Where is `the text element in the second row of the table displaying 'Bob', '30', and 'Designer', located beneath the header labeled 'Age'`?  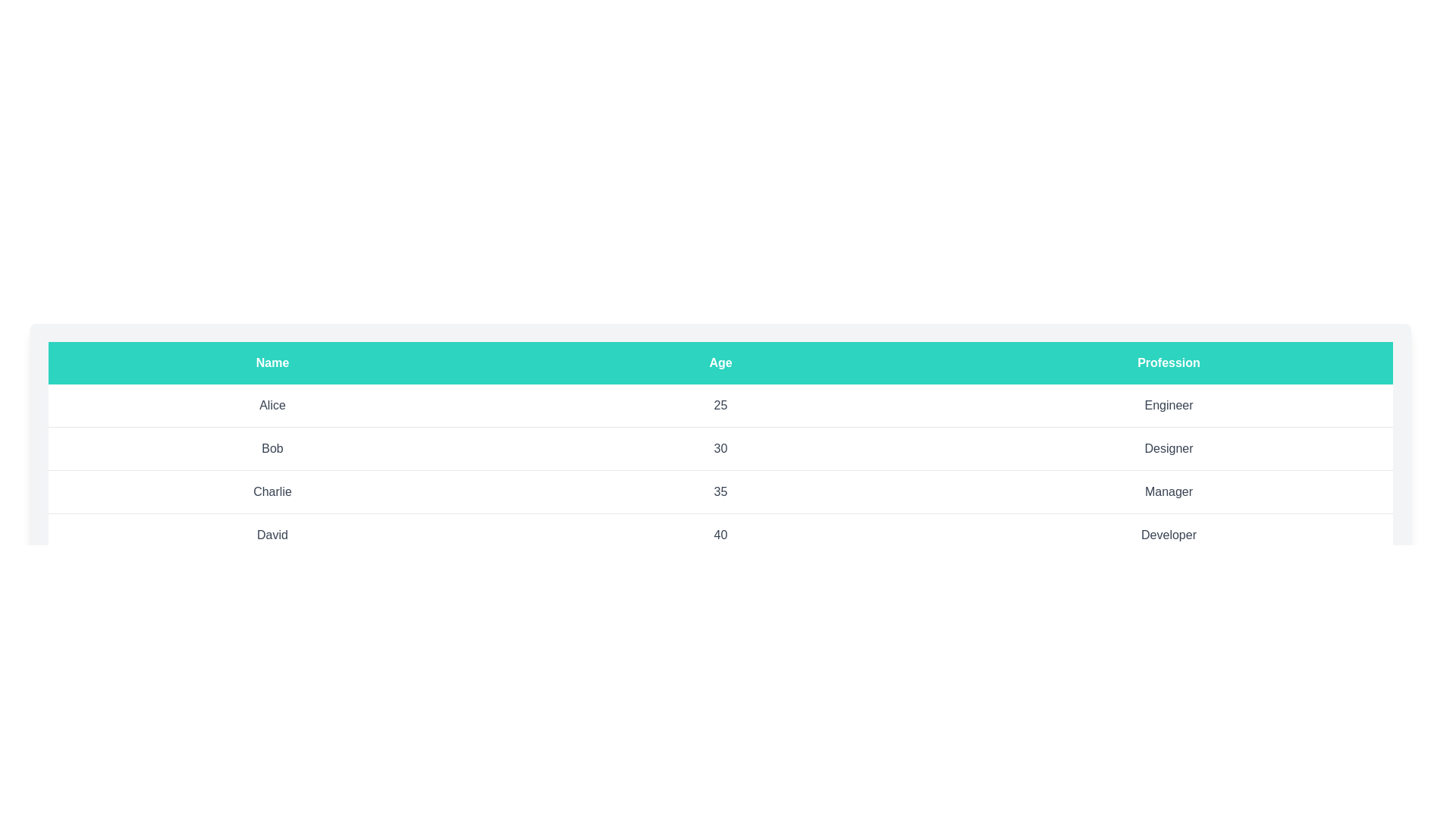 the text element in the second row of the table displaying 'Bob', '30', and 'Designer', located beneath the header labeled 'Age' is located at coordinates (720, 447).